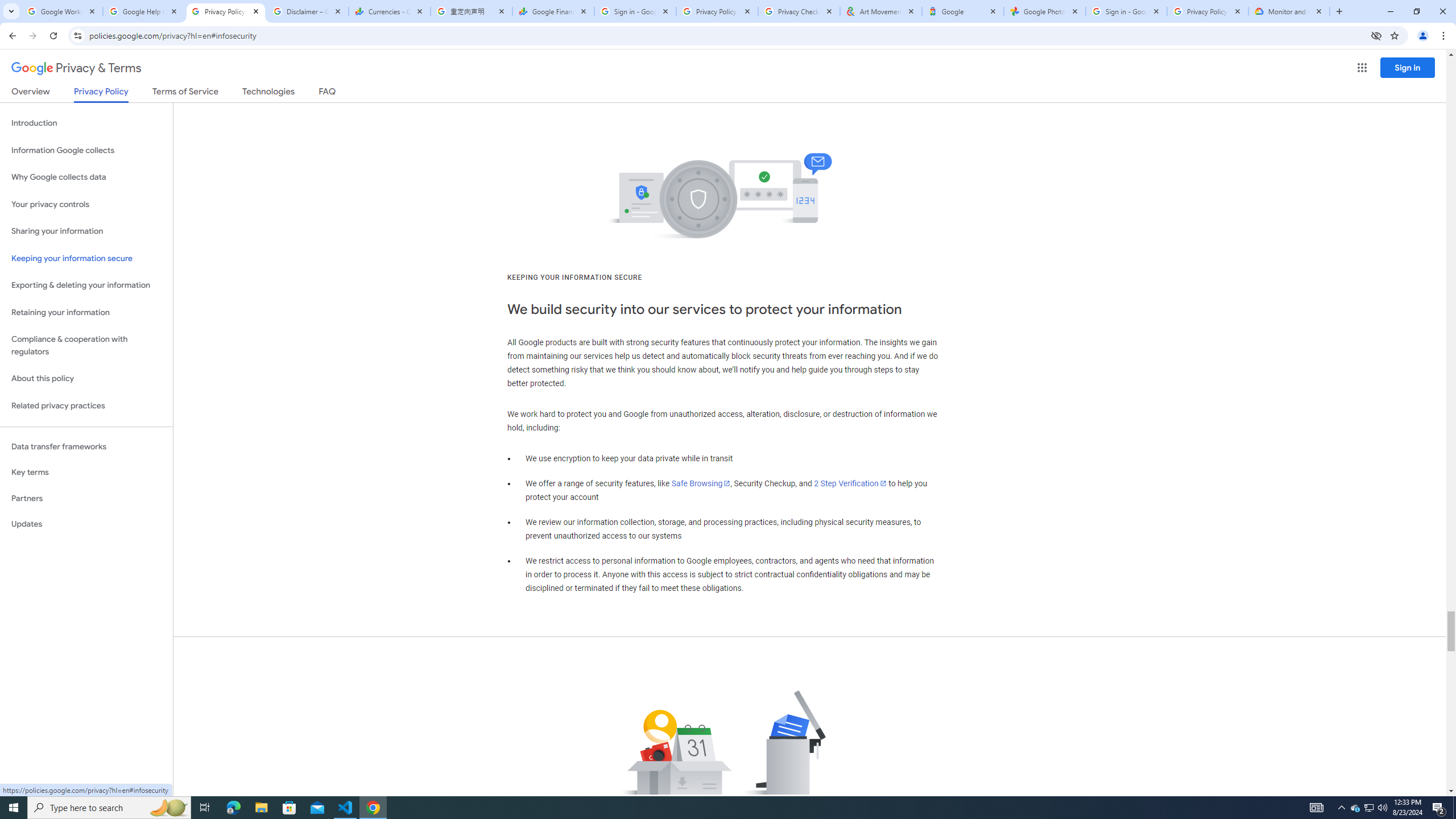 The image size is (1456, 819). I want to click on 'Introduction', so click(86, 122).